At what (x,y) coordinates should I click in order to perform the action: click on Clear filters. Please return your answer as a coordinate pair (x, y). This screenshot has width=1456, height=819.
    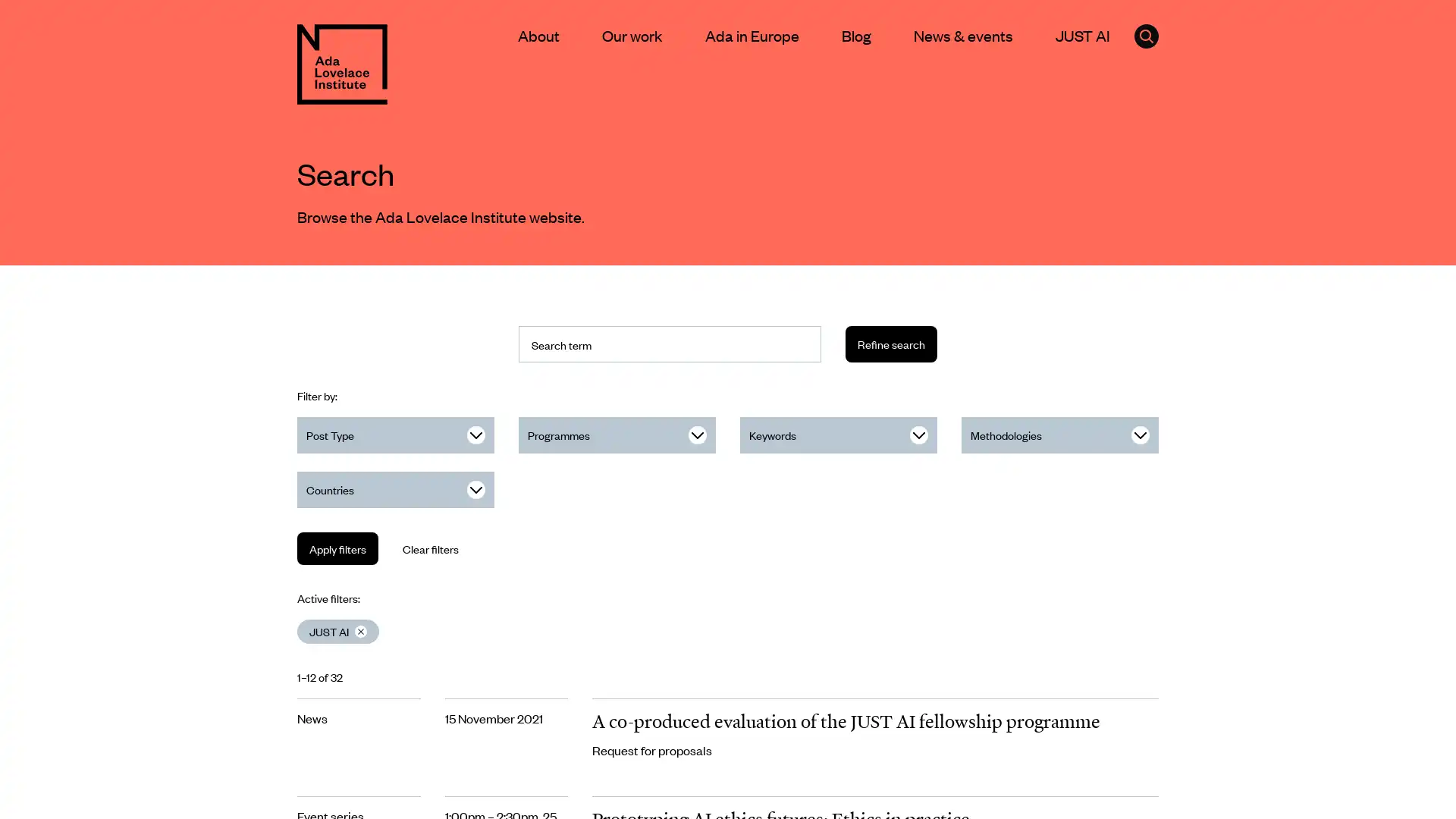
    Looking at the image, I should click on (429, 548).